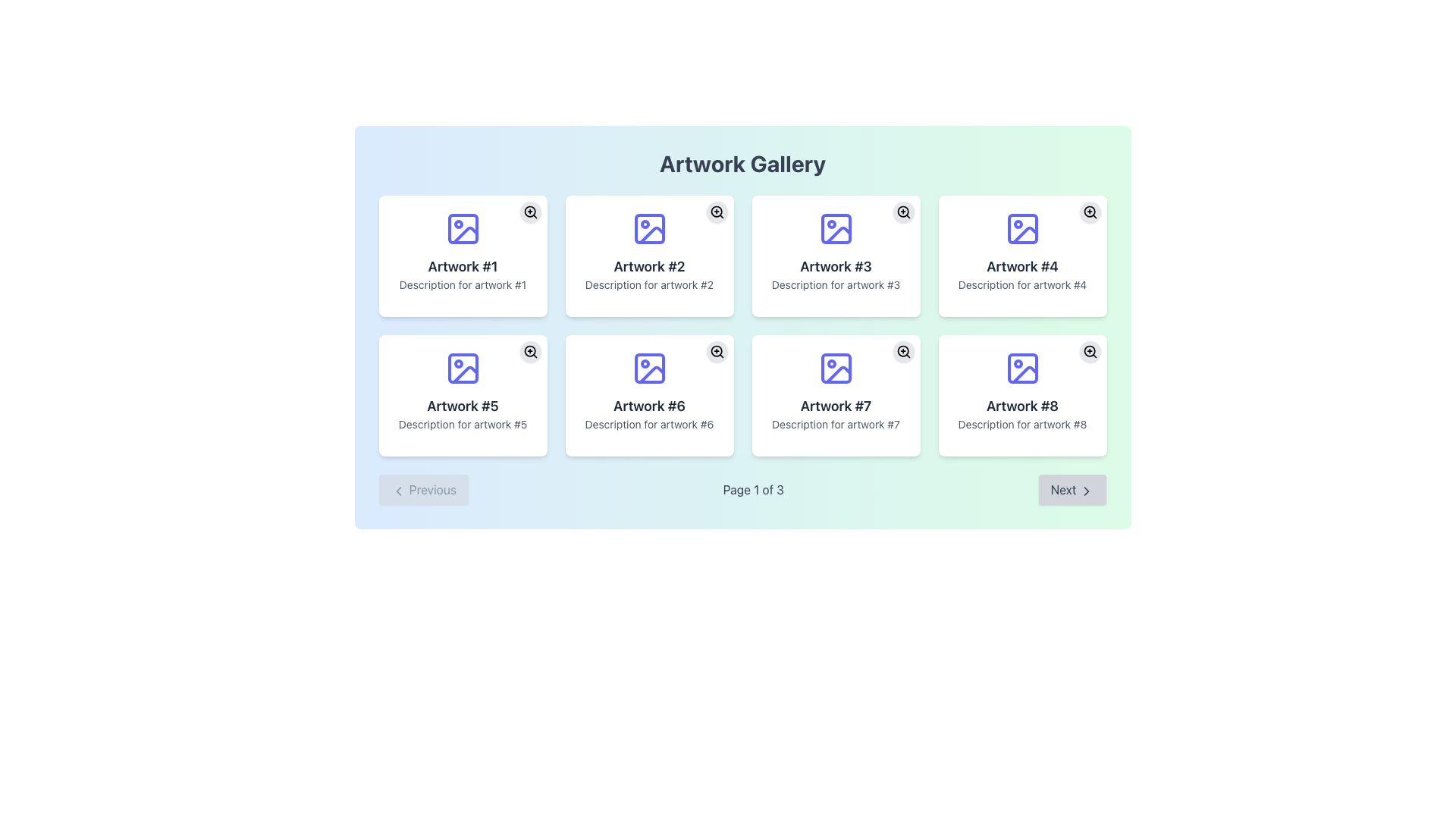 The height and width of the screenshot is (819, 1456). I want to click on the circular component of the zoom-in icon associated with 'Artwork #4' tile, which is positioned at the top-right corner of the tile, so click(1088, 212).